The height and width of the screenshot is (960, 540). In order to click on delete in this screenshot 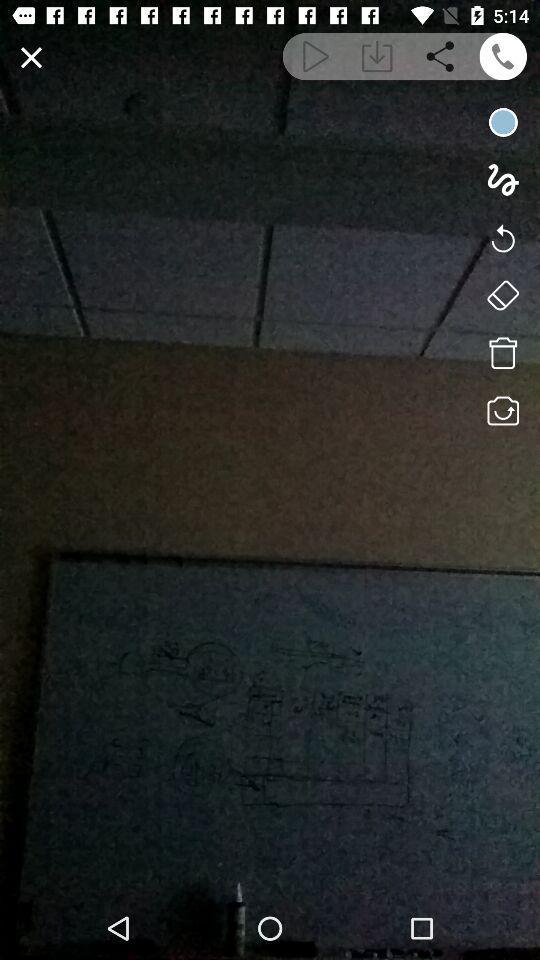, I will do `click(502, 353)`.